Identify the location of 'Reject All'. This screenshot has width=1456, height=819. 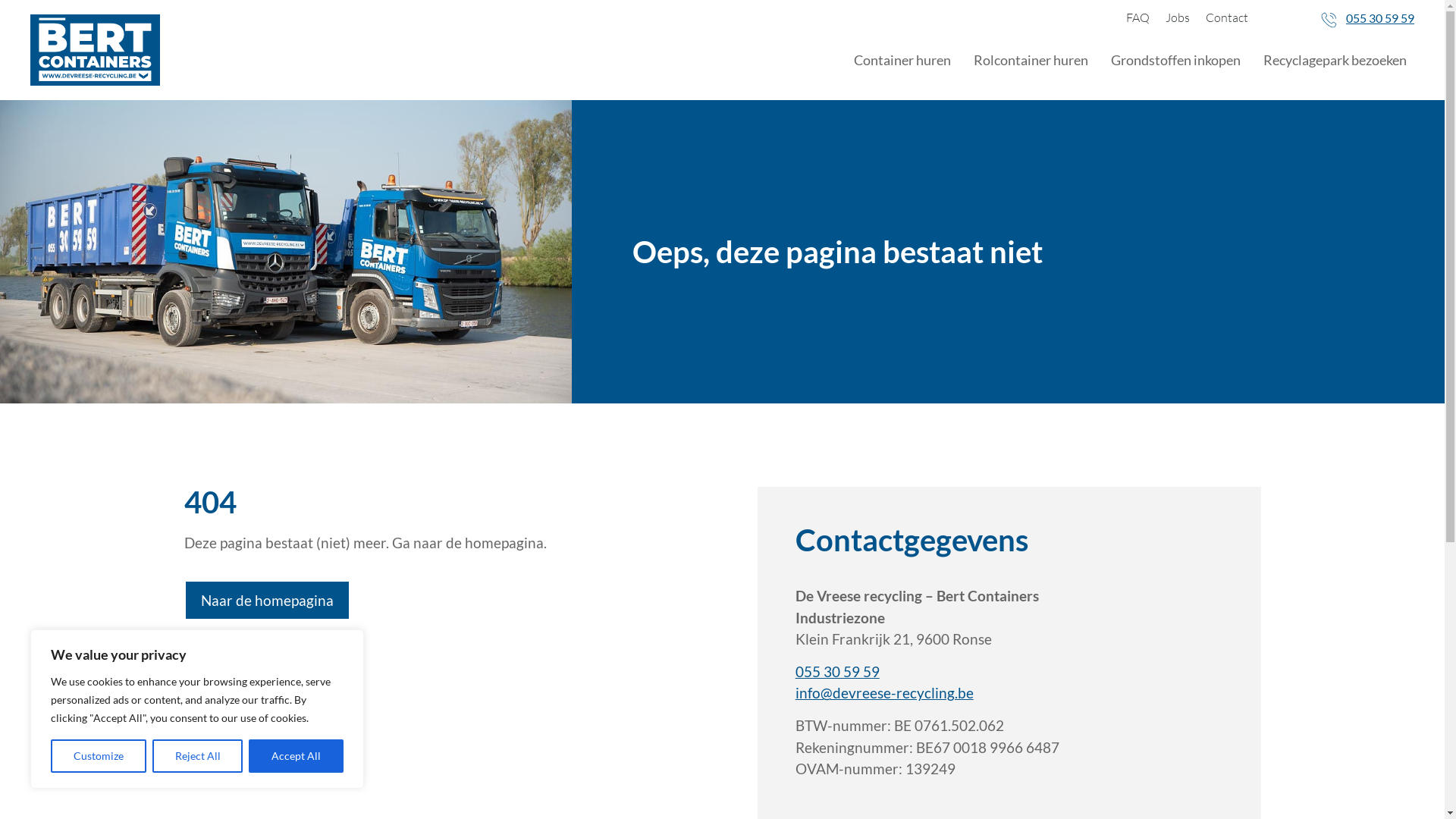
(152, 755).